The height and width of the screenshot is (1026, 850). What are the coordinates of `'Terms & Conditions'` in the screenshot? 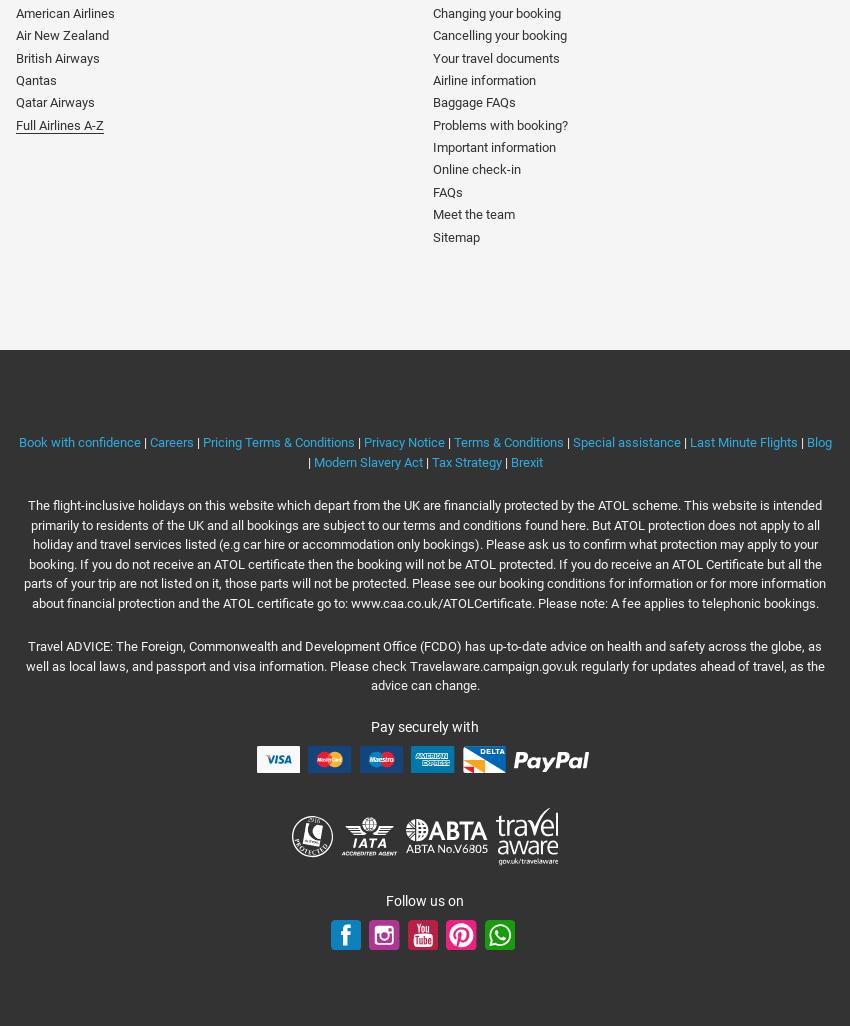 It's located at (507, 442).